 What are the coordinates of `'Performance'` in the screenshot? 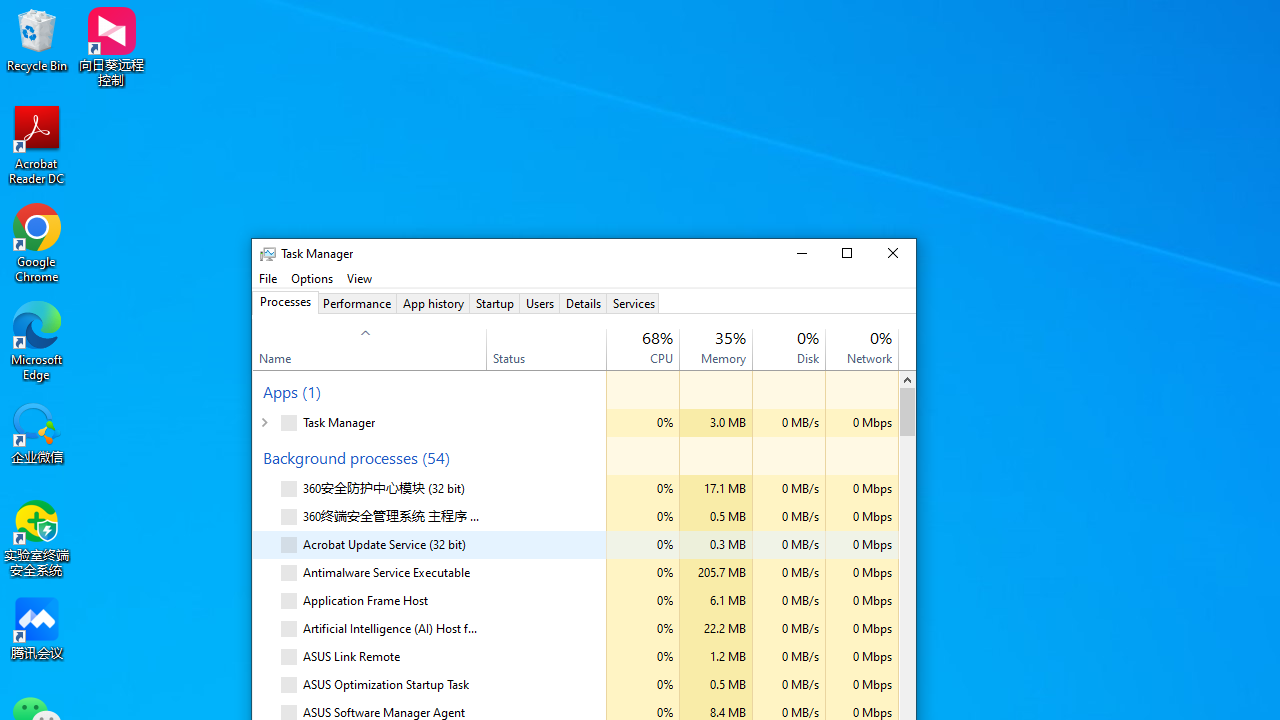 It's located at (357, 303).